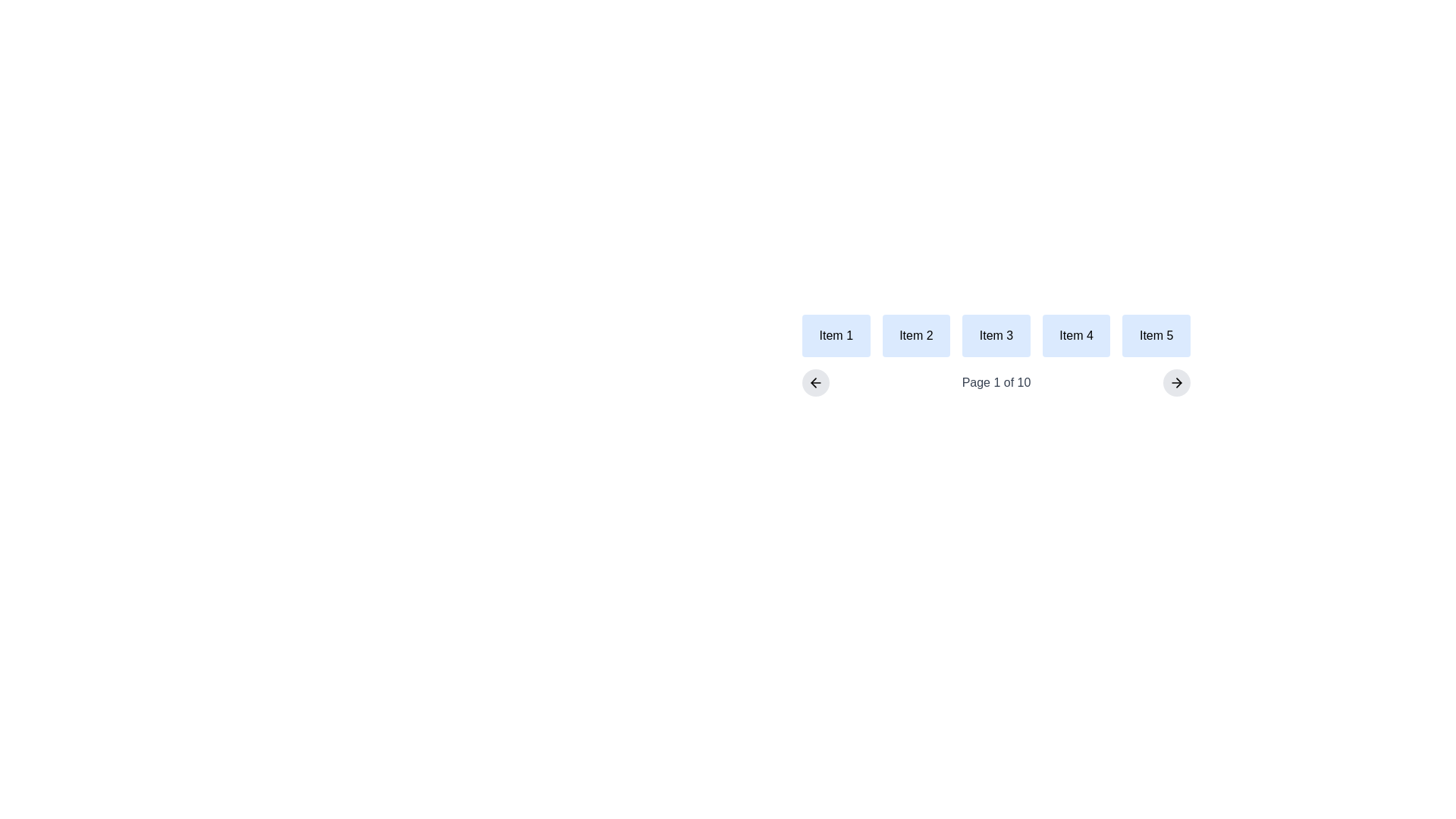 This screenshot has height=819, width=1456. I want to click on an item in the pagination list, which is part of a horizontal layout displaying 'Item 1' through 'Item 5' with a light blue background, so click(996, 356).